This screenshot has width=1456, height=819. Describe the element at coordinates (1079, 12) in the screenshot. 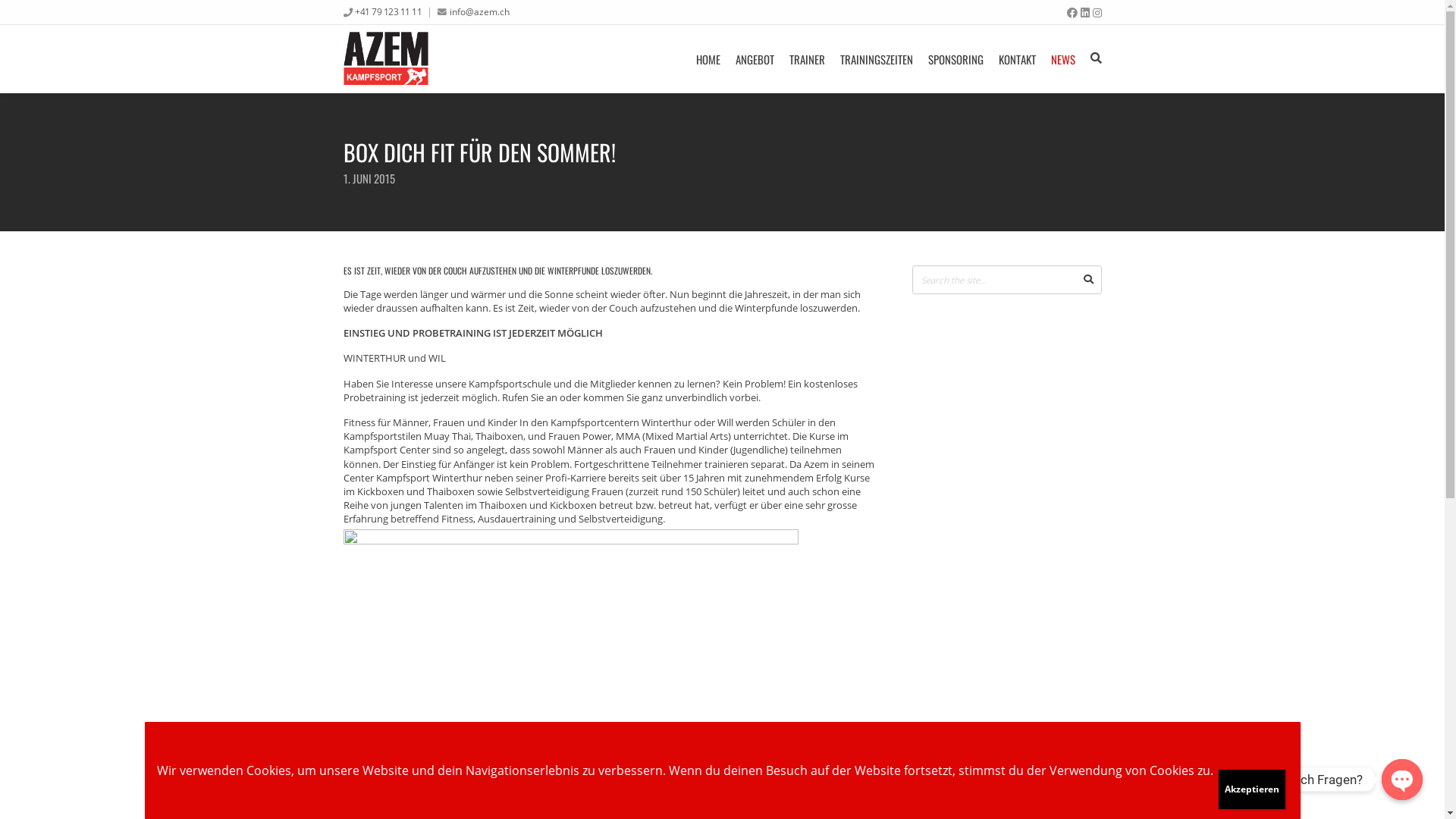

I see `'LinkedIn'` at that location.